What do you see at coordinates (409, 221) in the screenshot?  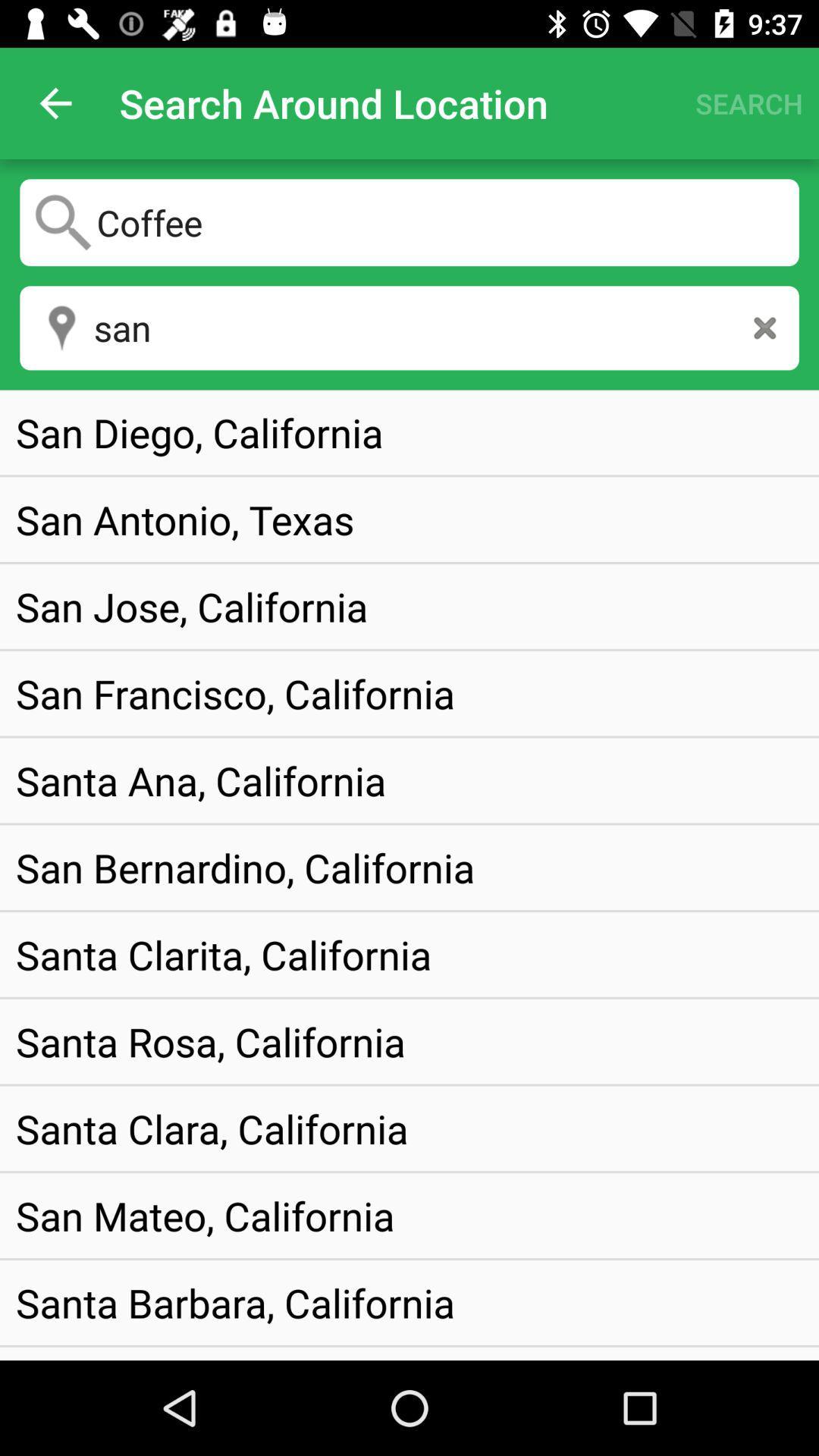 I see `the coffee item` at bounding box center [409, 221].